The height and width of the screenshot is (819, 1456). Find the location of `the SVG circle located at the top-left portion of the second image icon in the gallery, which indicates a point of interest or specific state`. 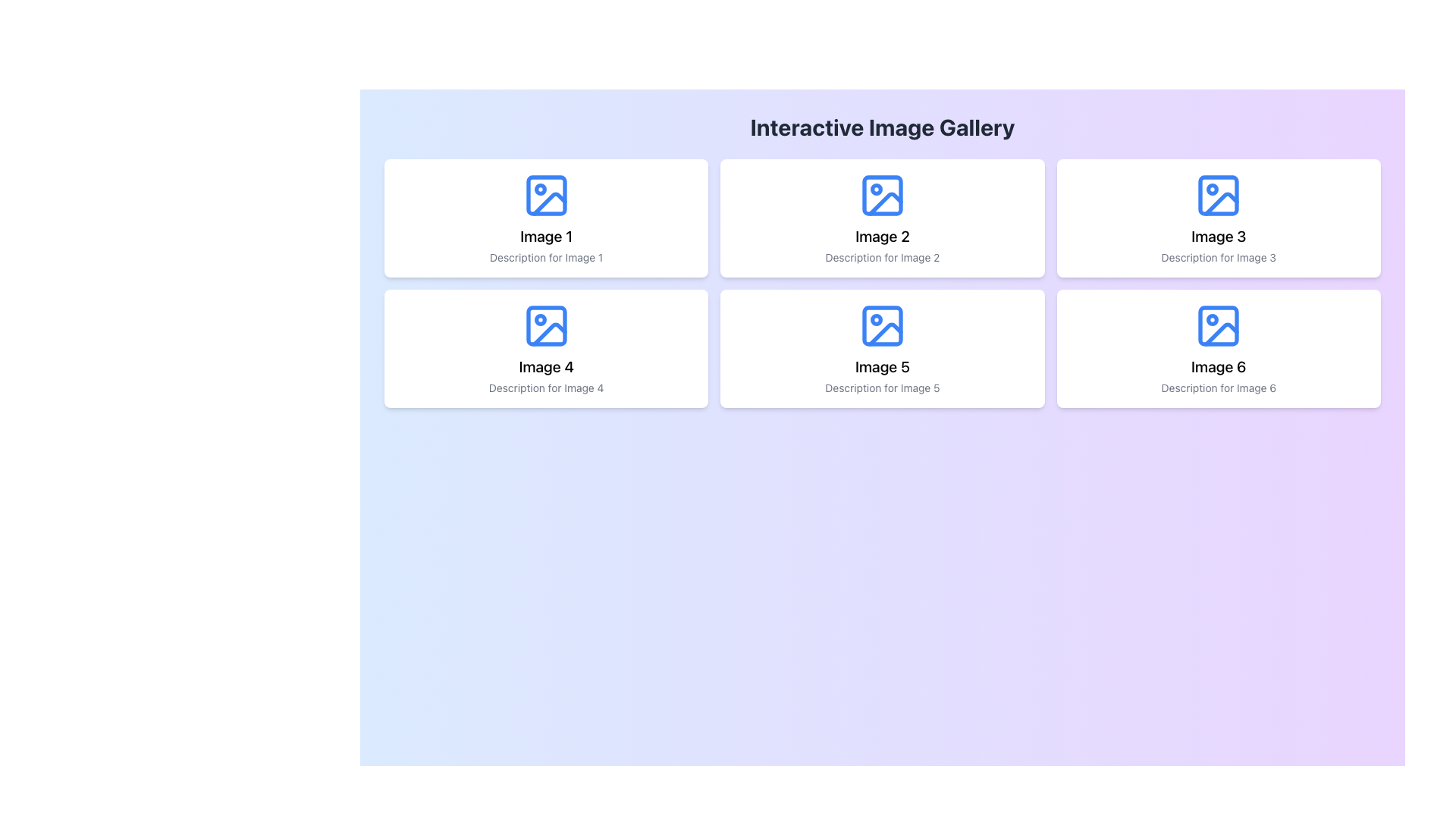

the SVG circle located at the top-left portion of the second image icon in the gallery, which indicates a point of interest or specific state is located at coordinates (877, 189).